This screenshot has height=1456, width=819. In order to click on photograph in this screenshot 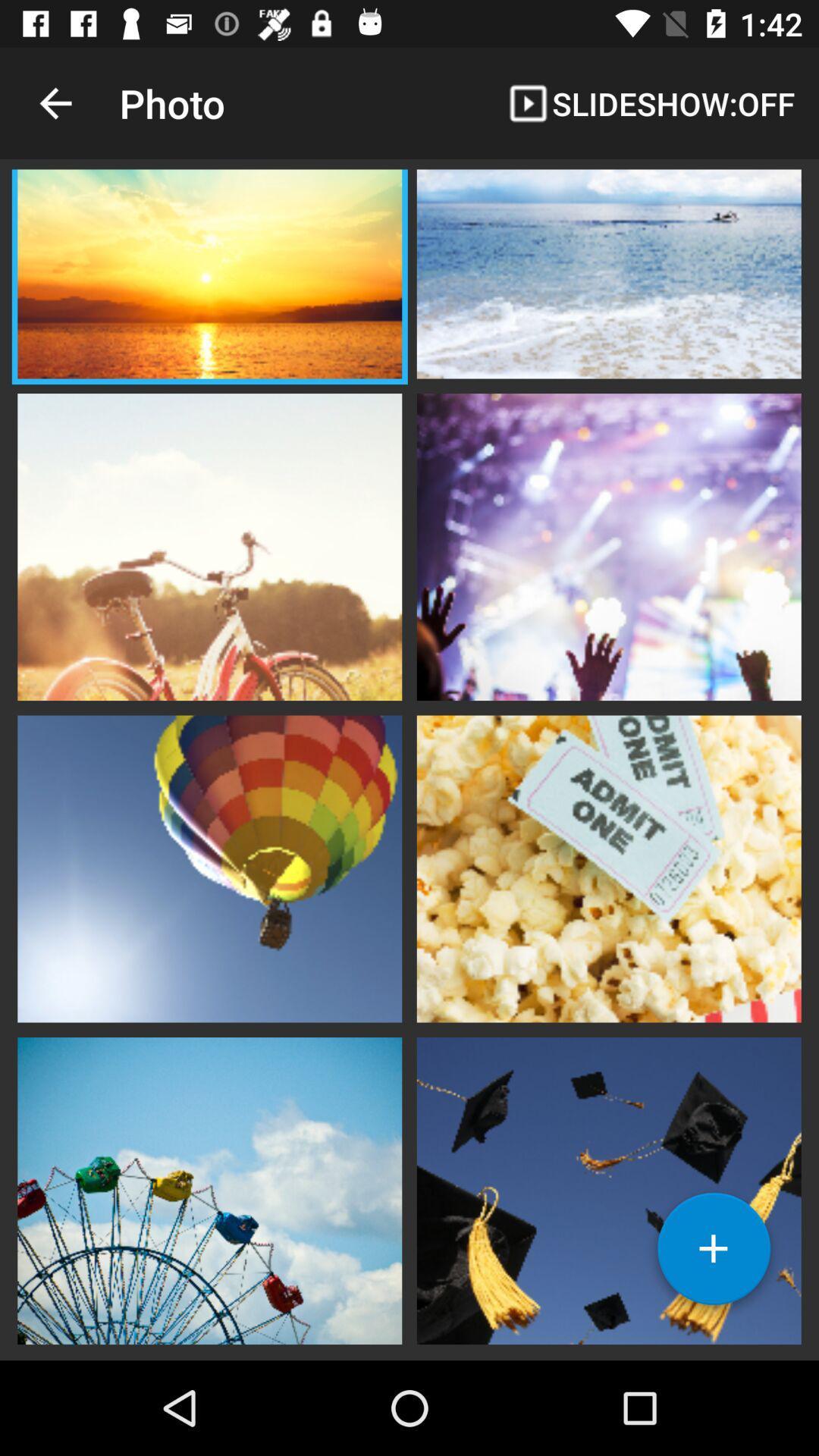, I will do `click(714, 1254)`.